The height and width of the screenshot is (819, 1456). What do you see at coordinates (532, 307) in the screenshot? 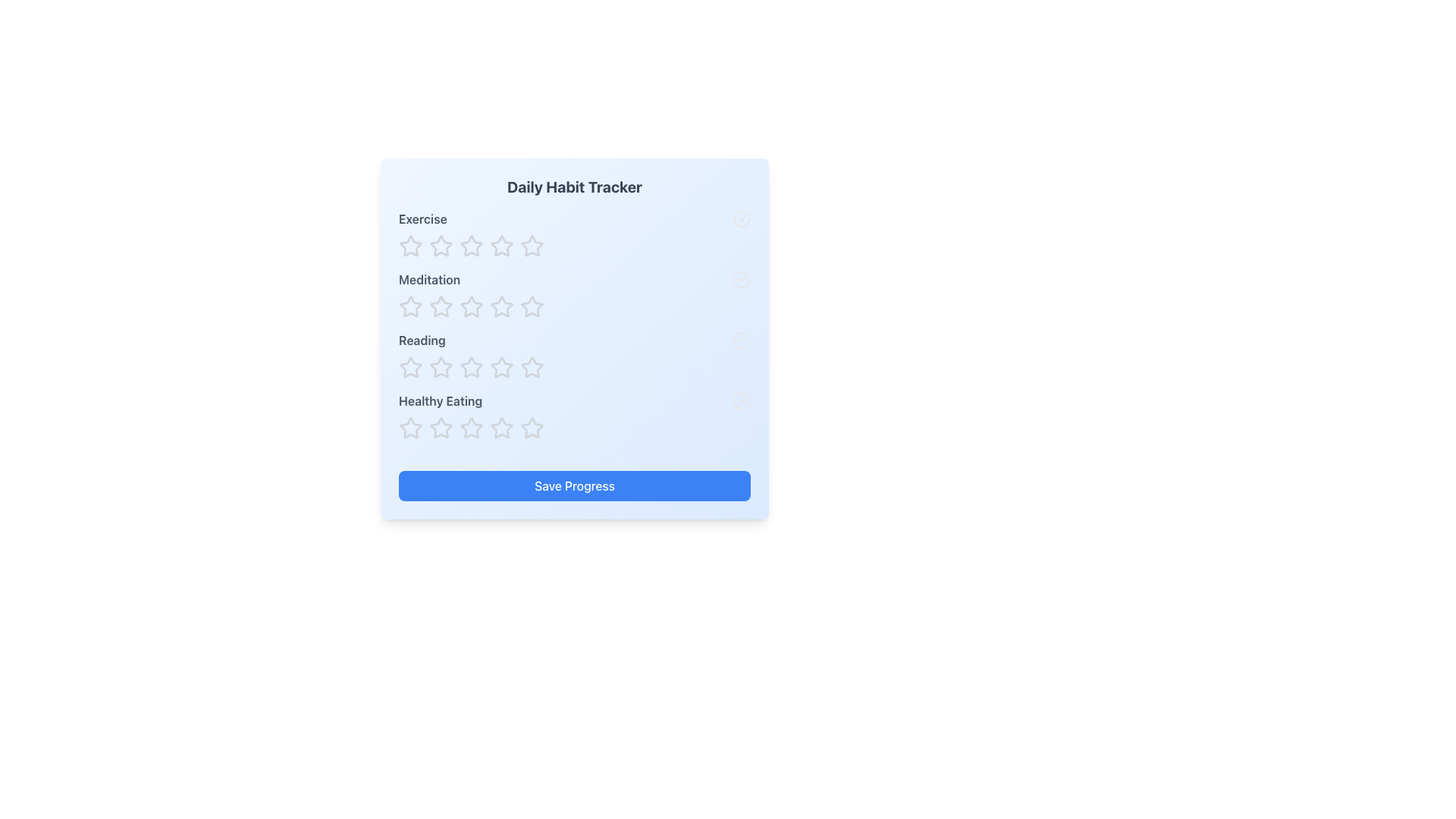
I see `the fifth star icon in the rating component of the 'Meditation' section to set the rating` at bounding box center [532, 307].